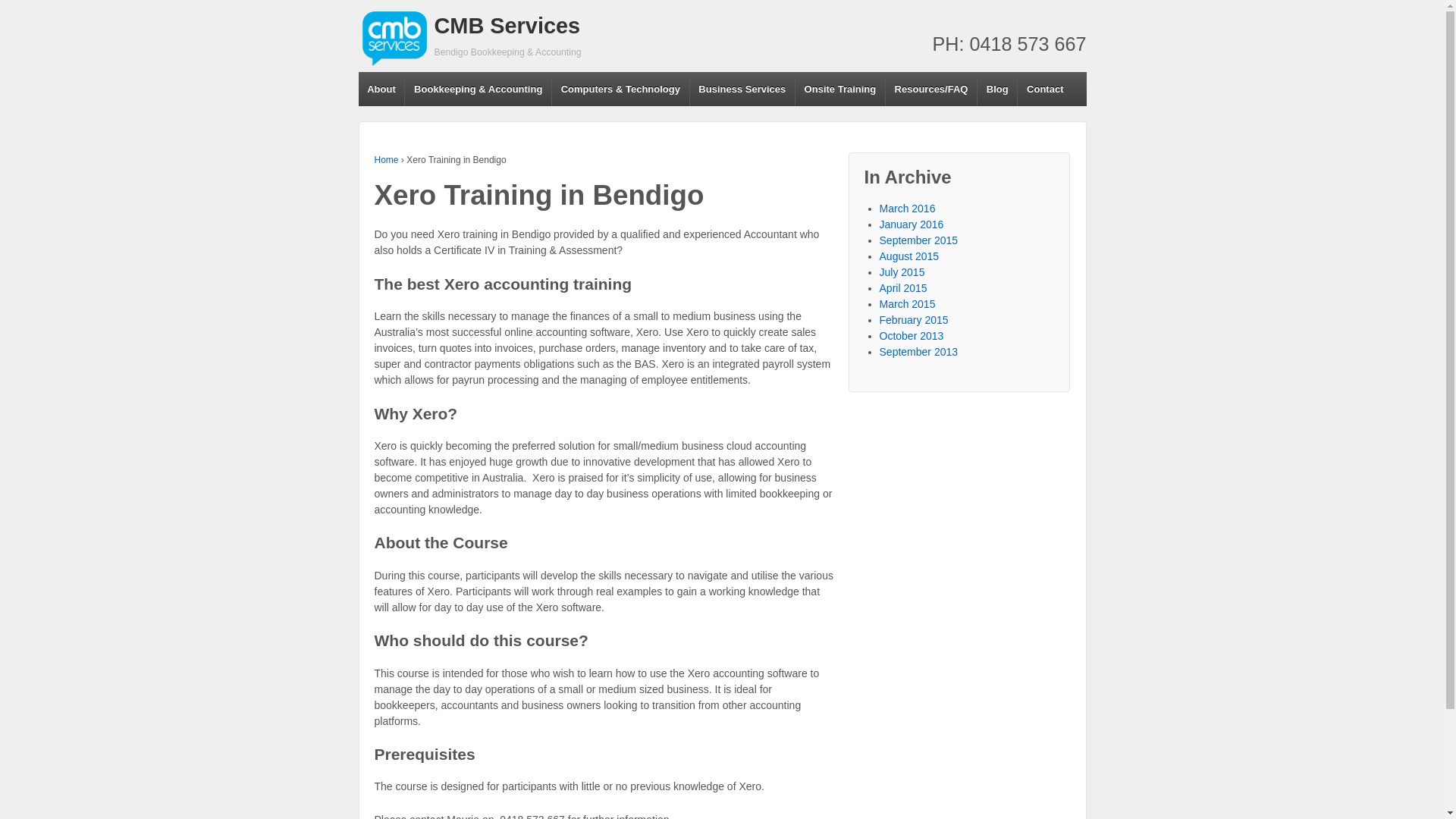 This screenshot has width=1456, height=819. I want to click on 'September 2015', so click(918, 239).